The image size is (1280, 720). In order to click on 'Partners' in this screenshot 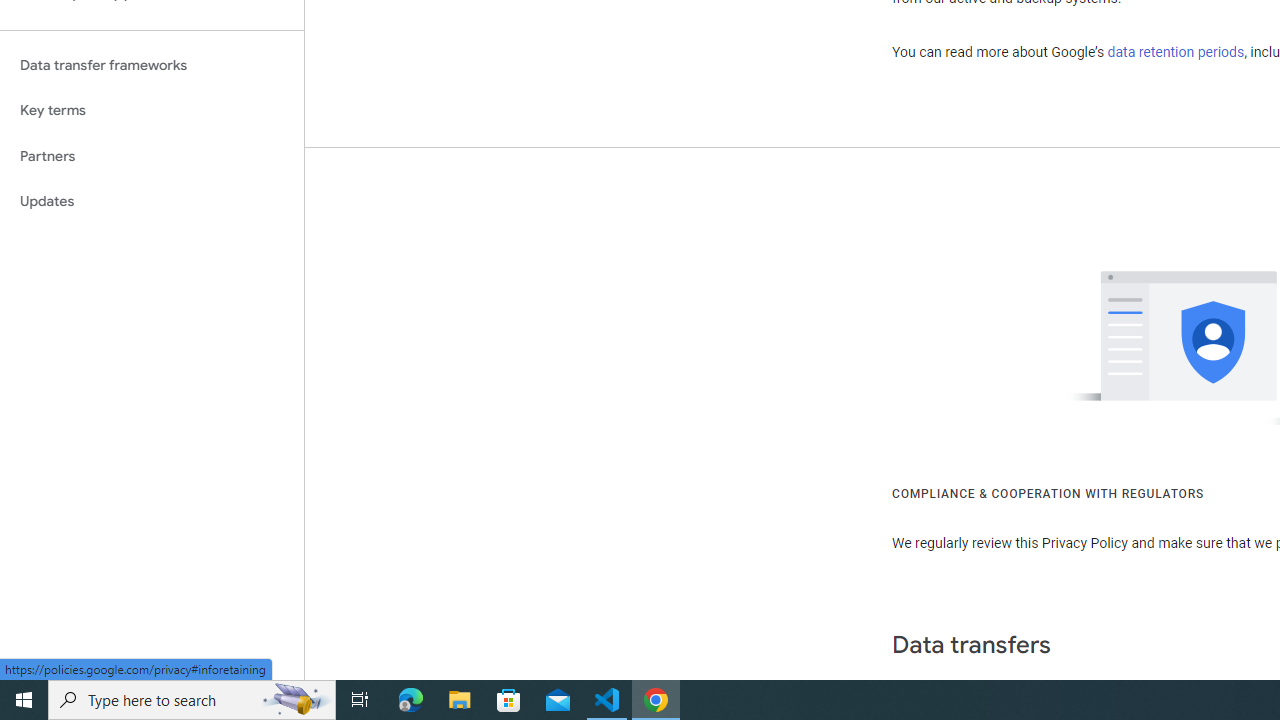, I will do `click(151, 155)`.